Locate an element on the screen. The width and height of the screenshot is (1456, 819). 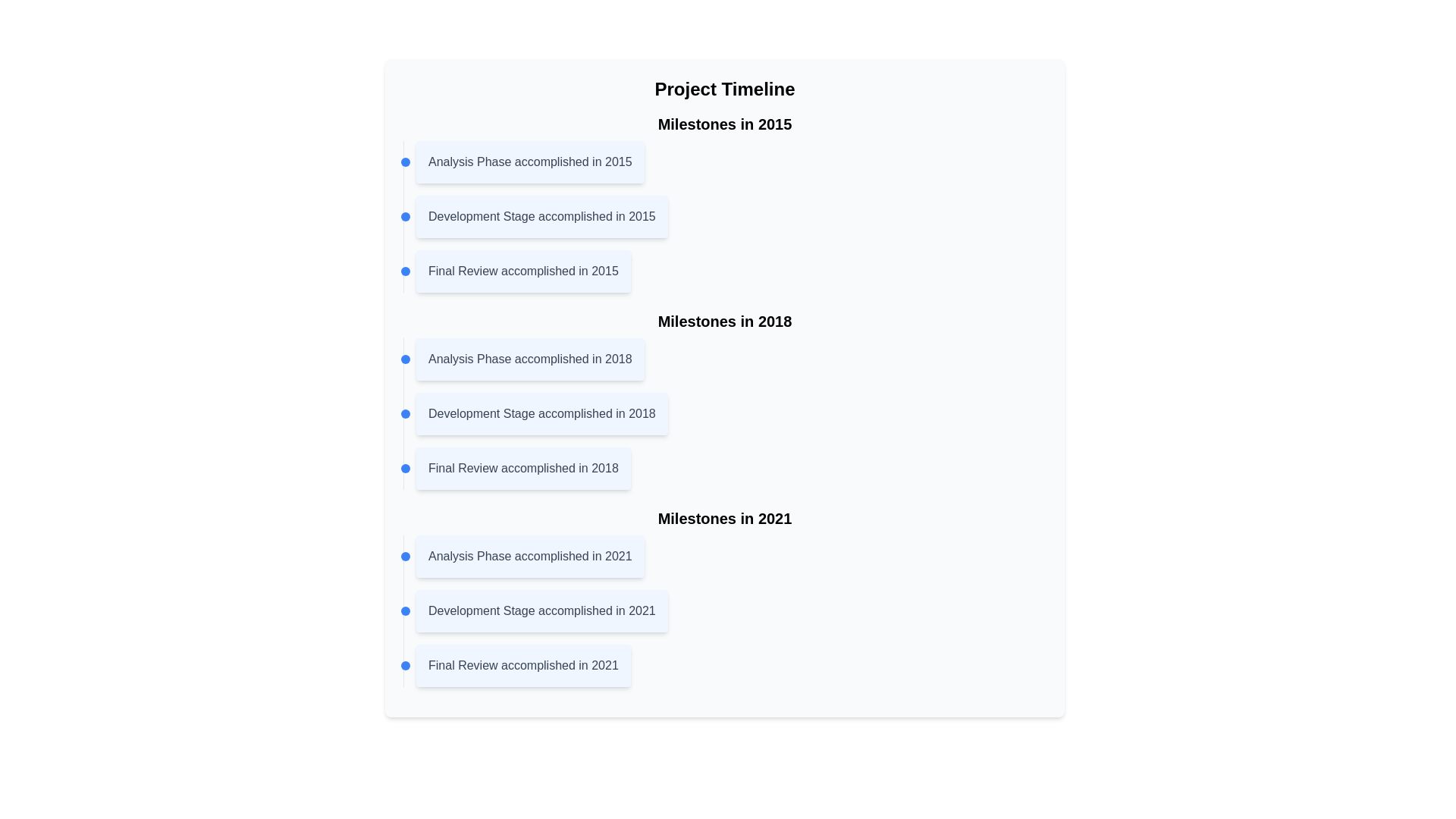
the informational text label that indicates 'Analysis Phase accomplished in 2021' located in the 'Milestones in 2021' section is located at coordinates (530, 556).